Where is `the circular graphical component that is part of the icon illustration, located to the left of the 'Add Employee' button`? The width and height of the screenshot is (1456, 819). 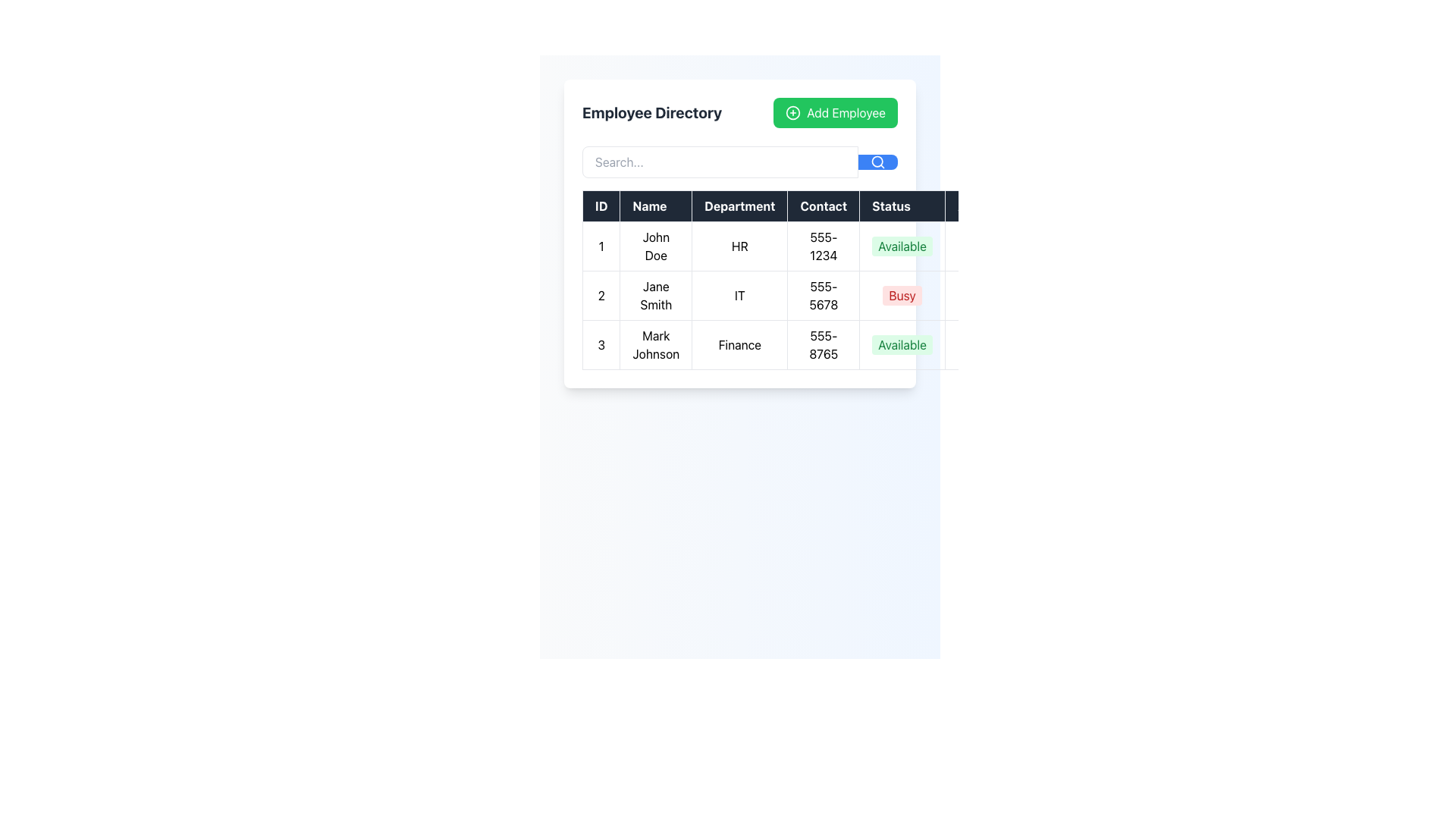 the circular graphical component that is part of the icon illustration, located to the left of the 'Add Employee' button is located at coordinates (792, 112).